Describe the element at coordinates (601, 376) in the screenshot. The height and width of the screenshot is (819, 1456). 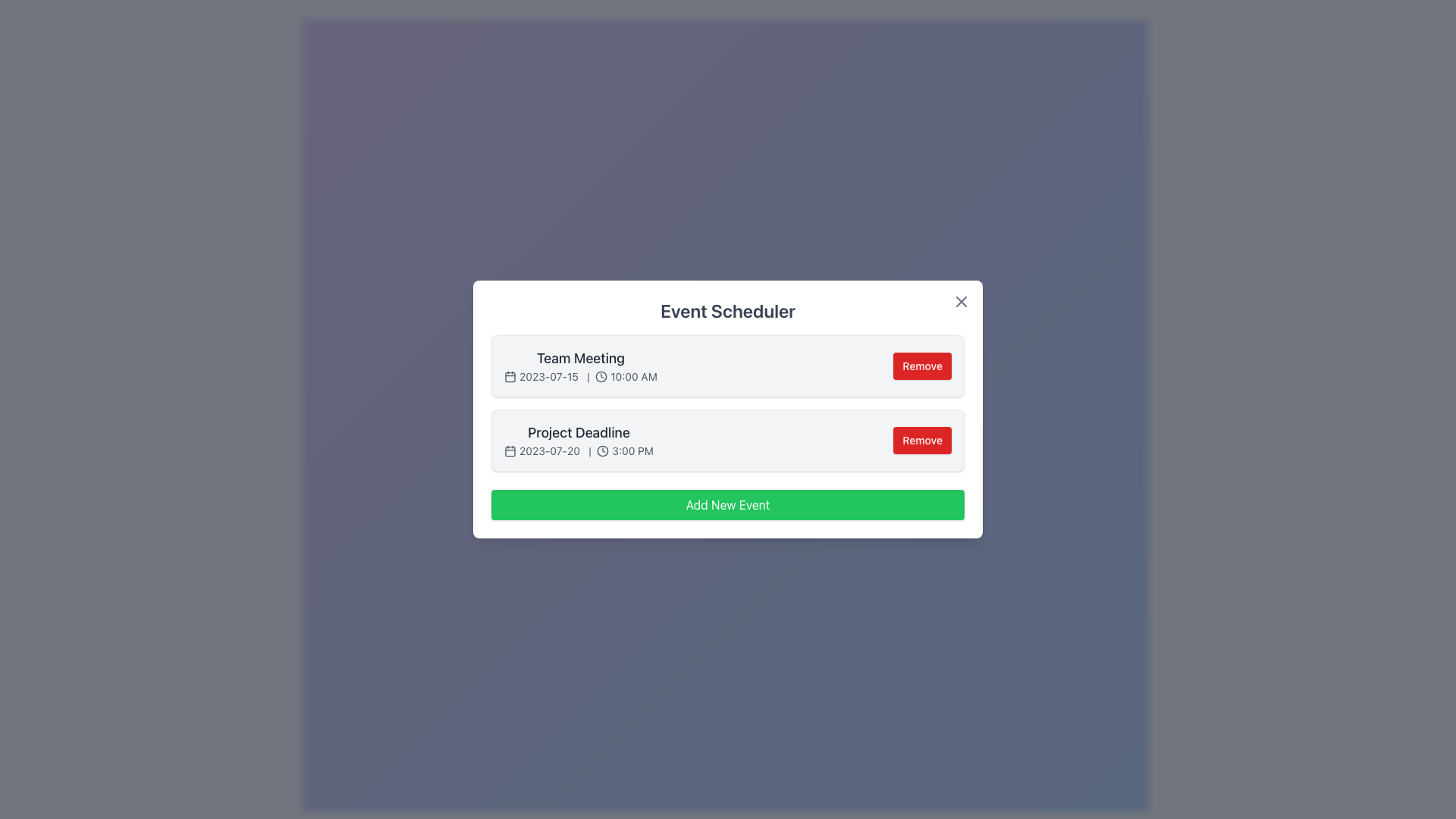
I see `the compact clock icon with a circular outline and clock hands, which is located inline before the time element in the timestamp '2023-07-15 | 10:00 AM'` at that location.